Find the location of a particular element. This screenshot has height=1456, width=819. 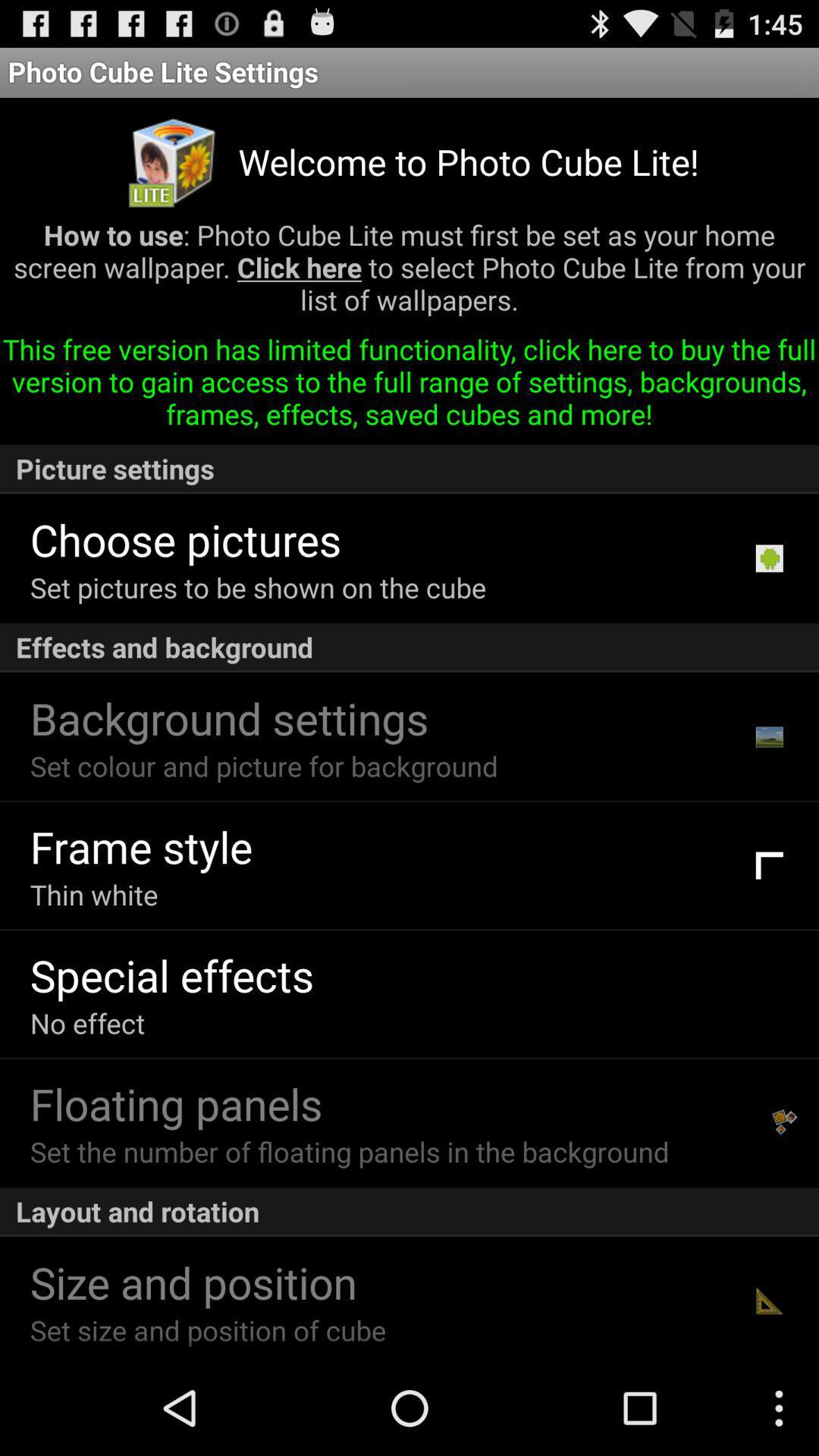

the icon below the how to use icon is located at coordinates (409, 388).